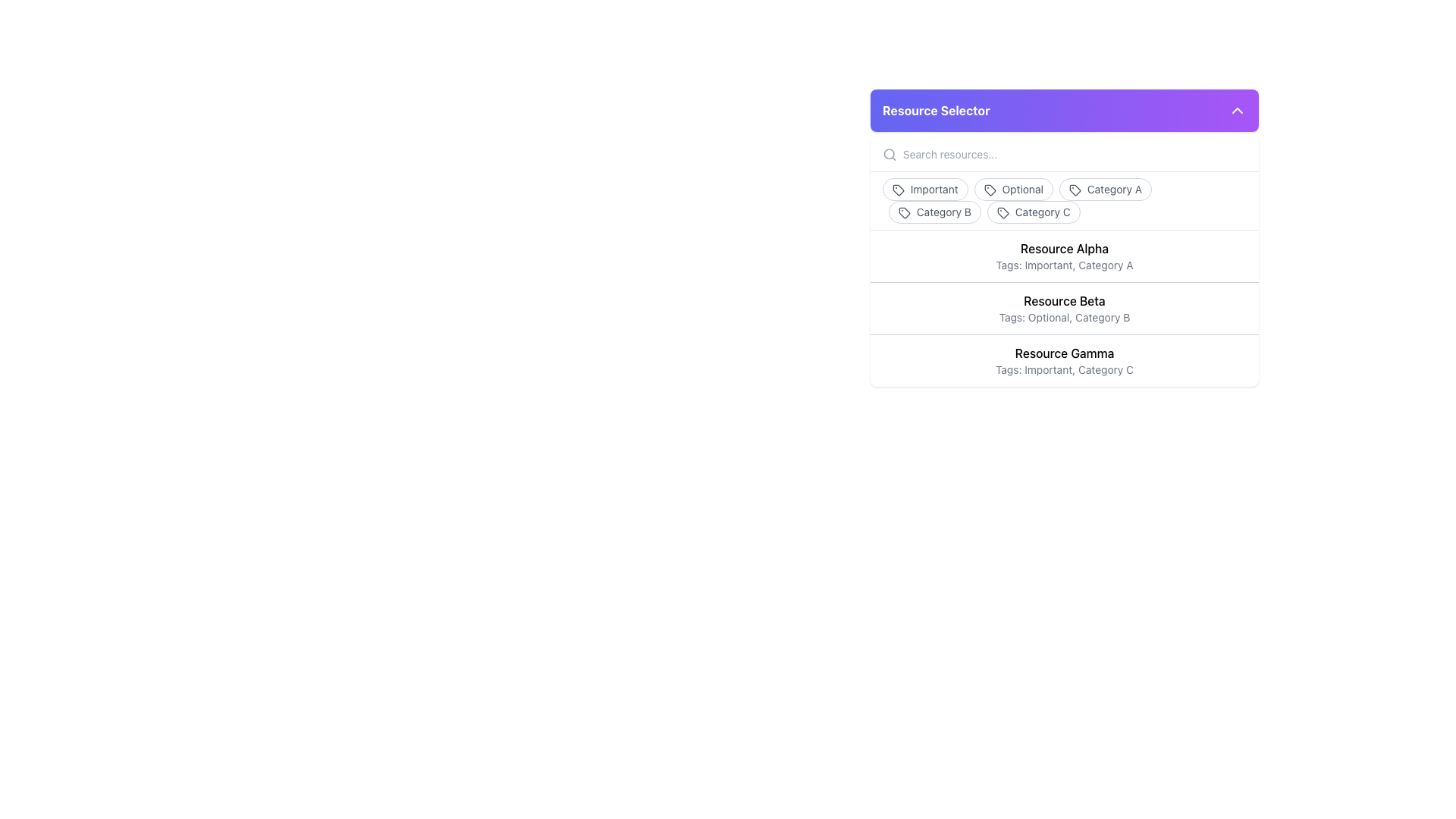 Image resolution: width=1456 pixels, height=819 pixels. Describe the element at coordinates (1063, 301) in the screenshot. I see `text label 'Resource Beta' which is positioned between 'Resource Alpha' and 'Tags: Optional, Category B' in the resource selection interface` at that location.